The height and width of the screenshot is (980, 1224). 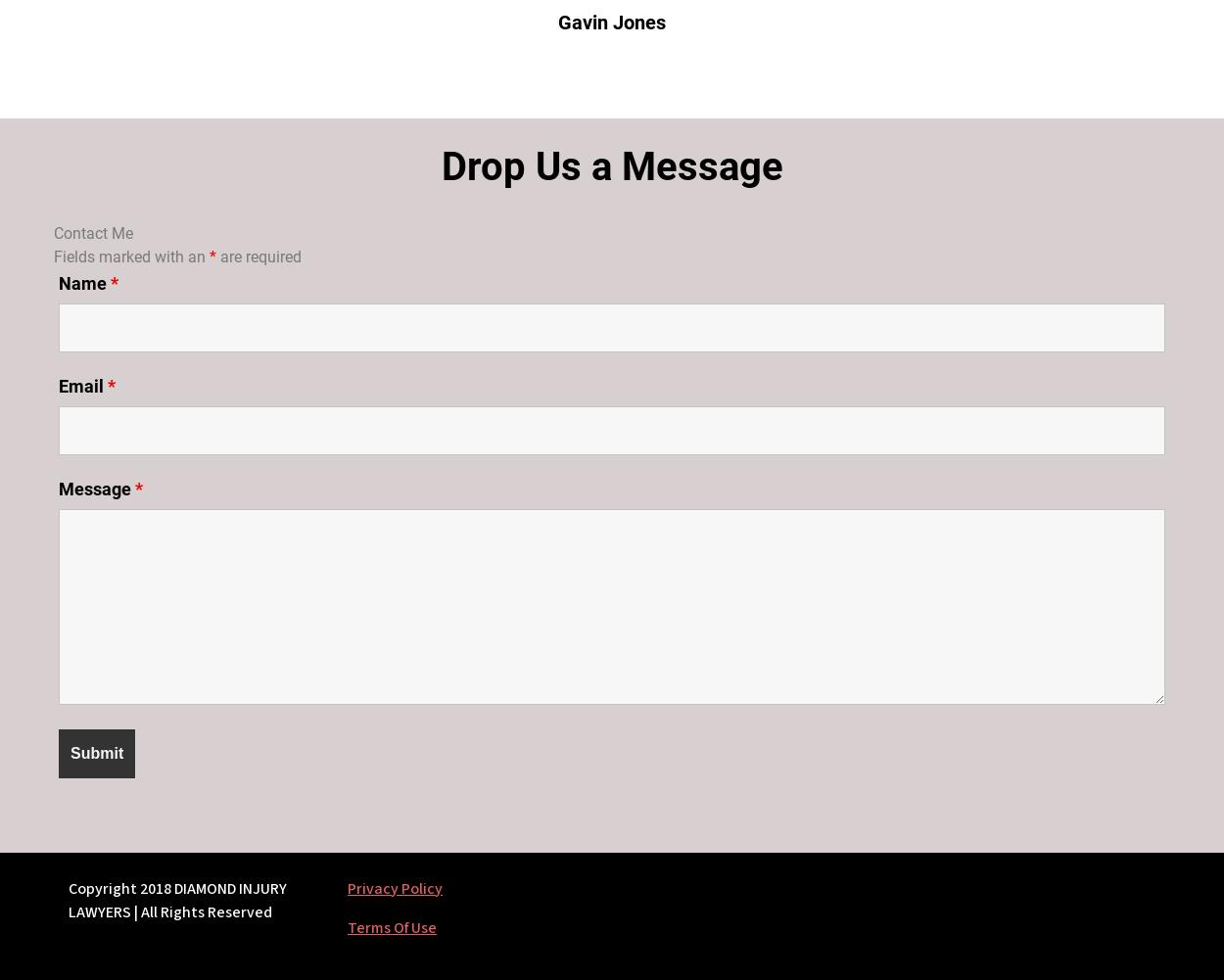 I want to click on 'Gavin Jones', so click(x=612, y=22).